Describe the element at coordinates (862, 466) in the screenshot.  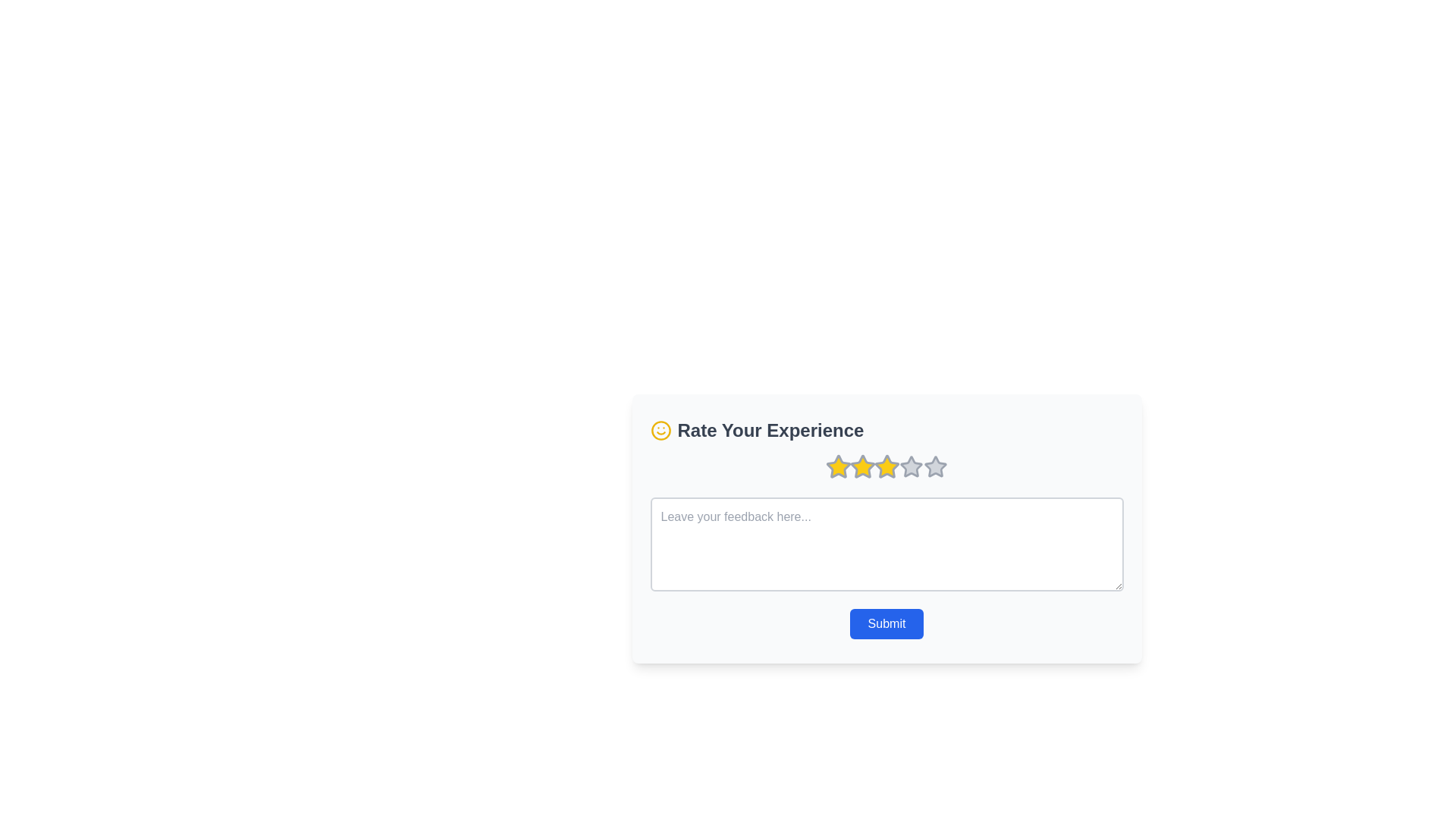
I see `the interactive star icon with a bright yellow interior and gray border, which is the third star in a row of five` at that location.